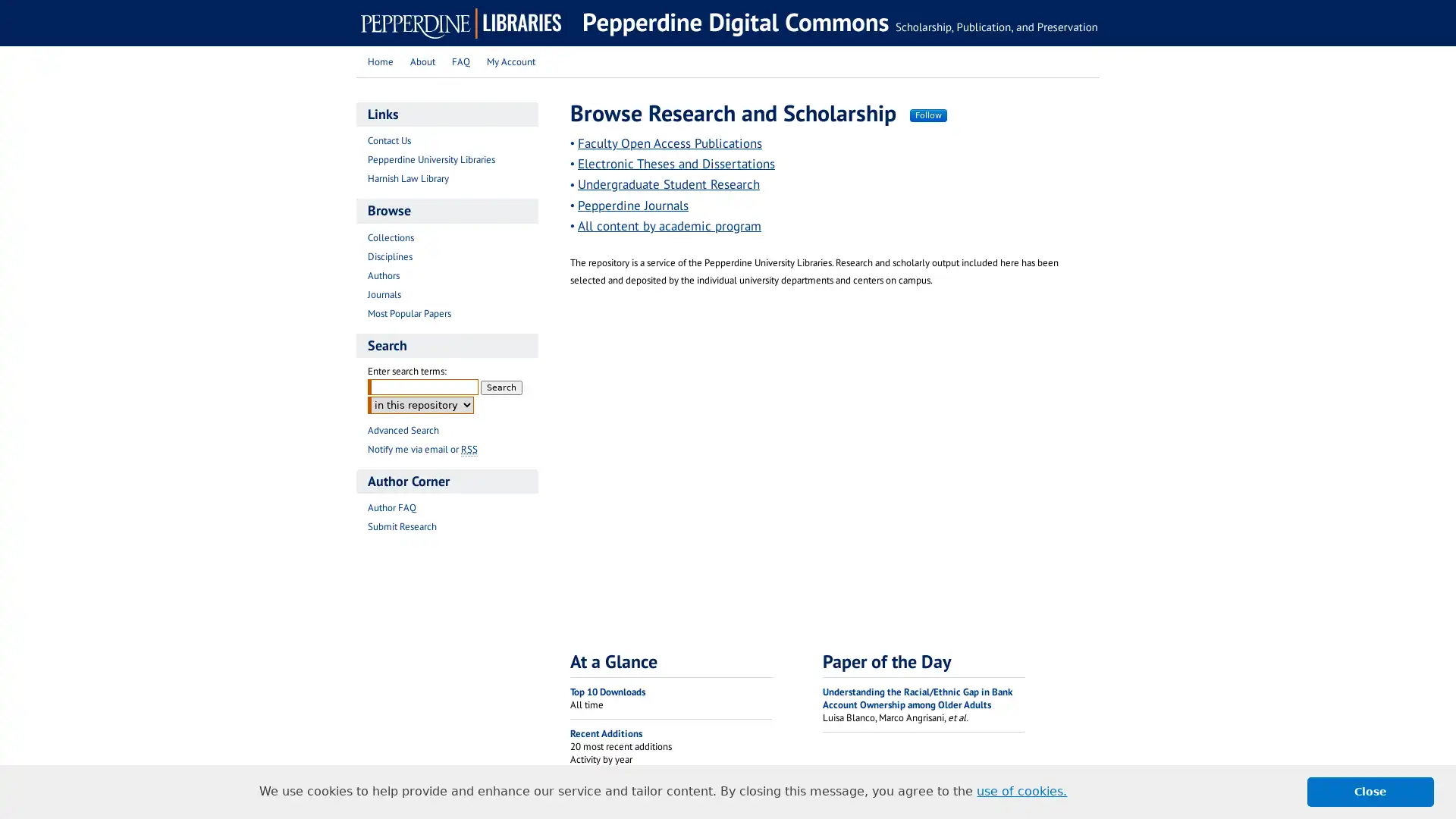 This screenshot has width=1456, height=819. I want to click on learn more about cookies, so click(1021, 791).